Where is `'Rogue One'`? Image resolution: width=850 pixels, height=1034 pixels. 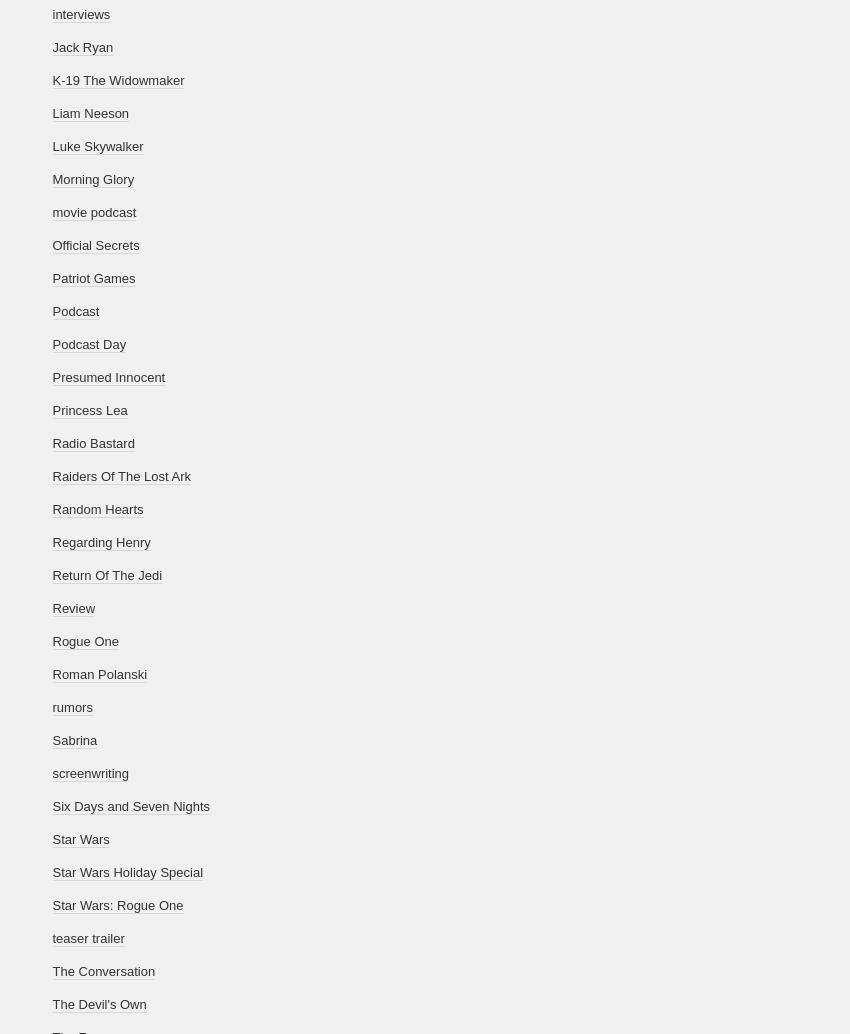
'Rogue One' is located at coordinates (85, 641).